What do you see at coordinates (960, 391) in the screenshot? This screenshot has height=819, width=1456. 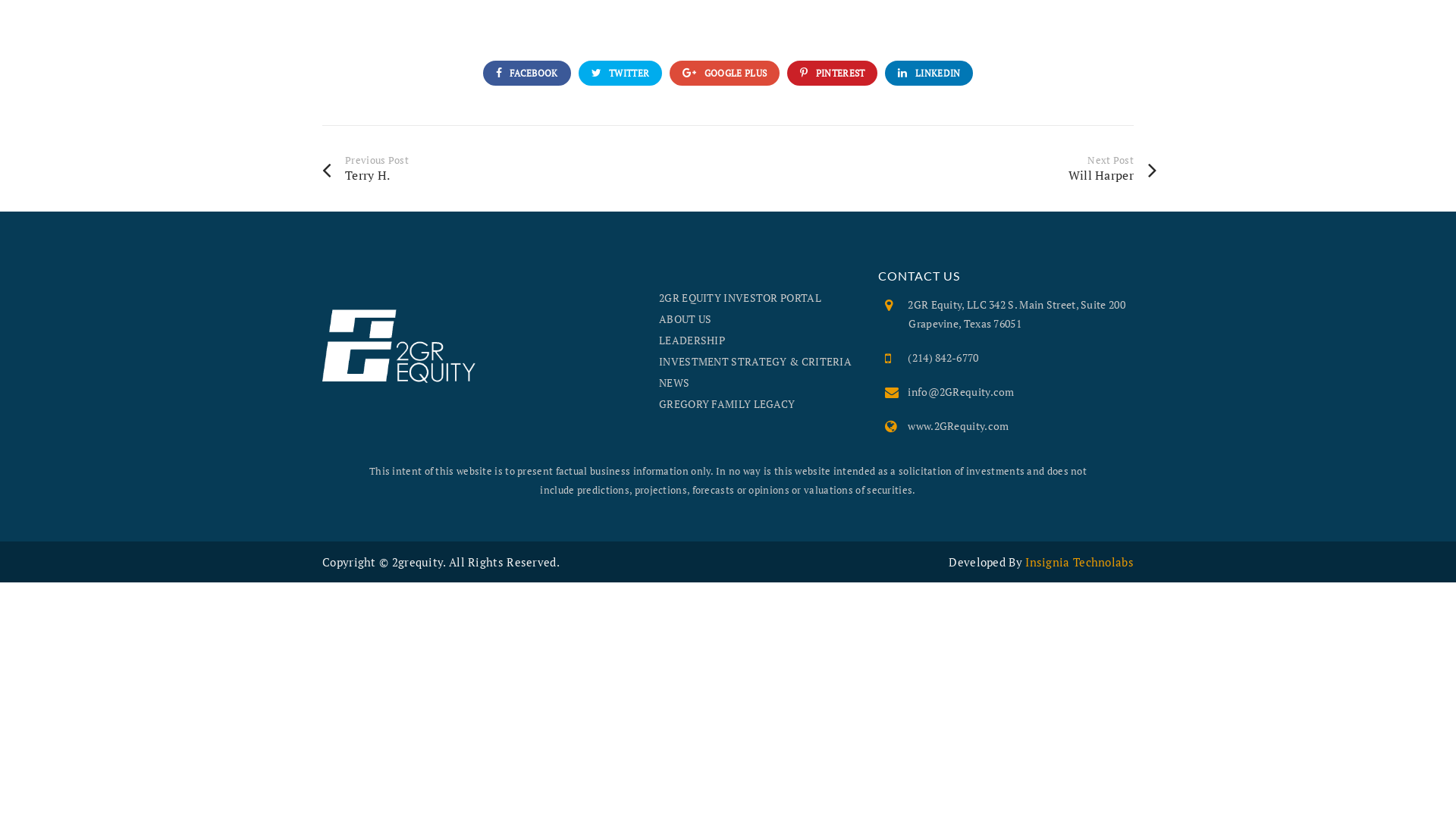 I see `'info@2GRequity.com'` at bounding box center [960, 391].